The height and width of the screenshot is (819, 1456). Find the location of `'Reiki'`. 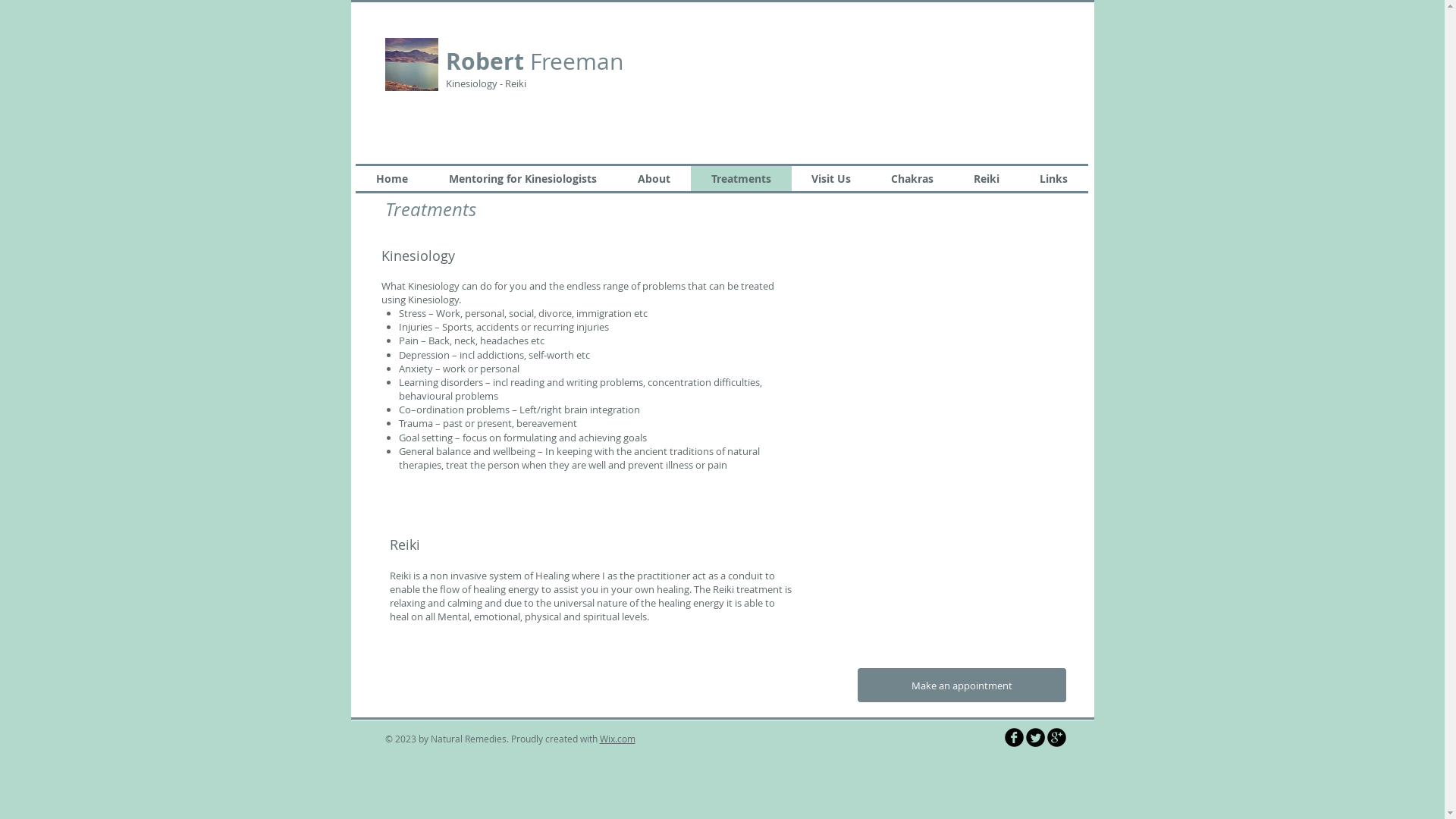

'Reiki' is located at coordinates (952, 177).